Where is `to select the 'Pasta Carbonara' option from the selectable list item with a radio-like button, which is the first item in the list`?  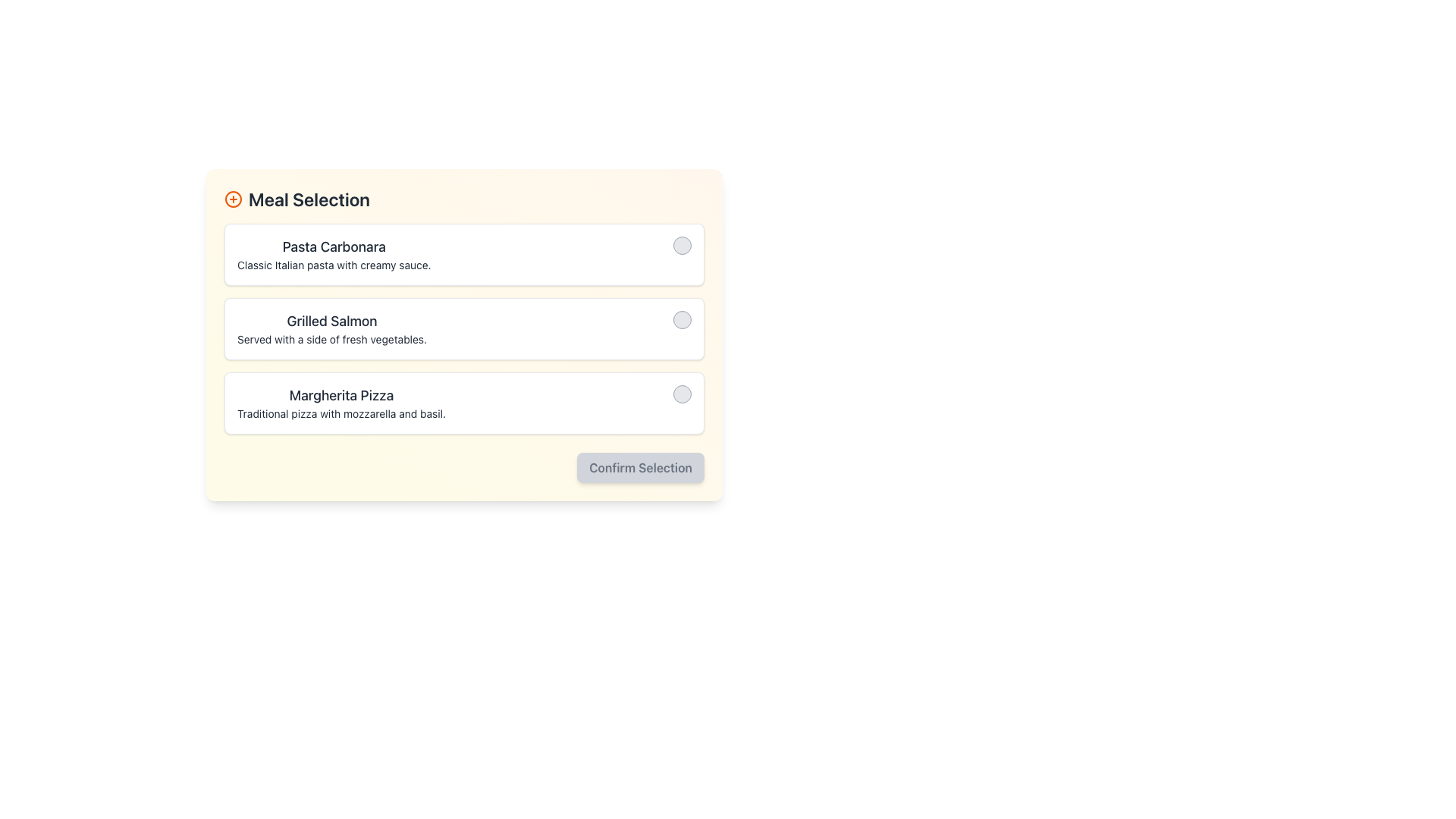 to select the 'Pasta Carbonara' option from the selectable list item with a radio-like button, which is the first item in the list is located at coordinates (463, 253).